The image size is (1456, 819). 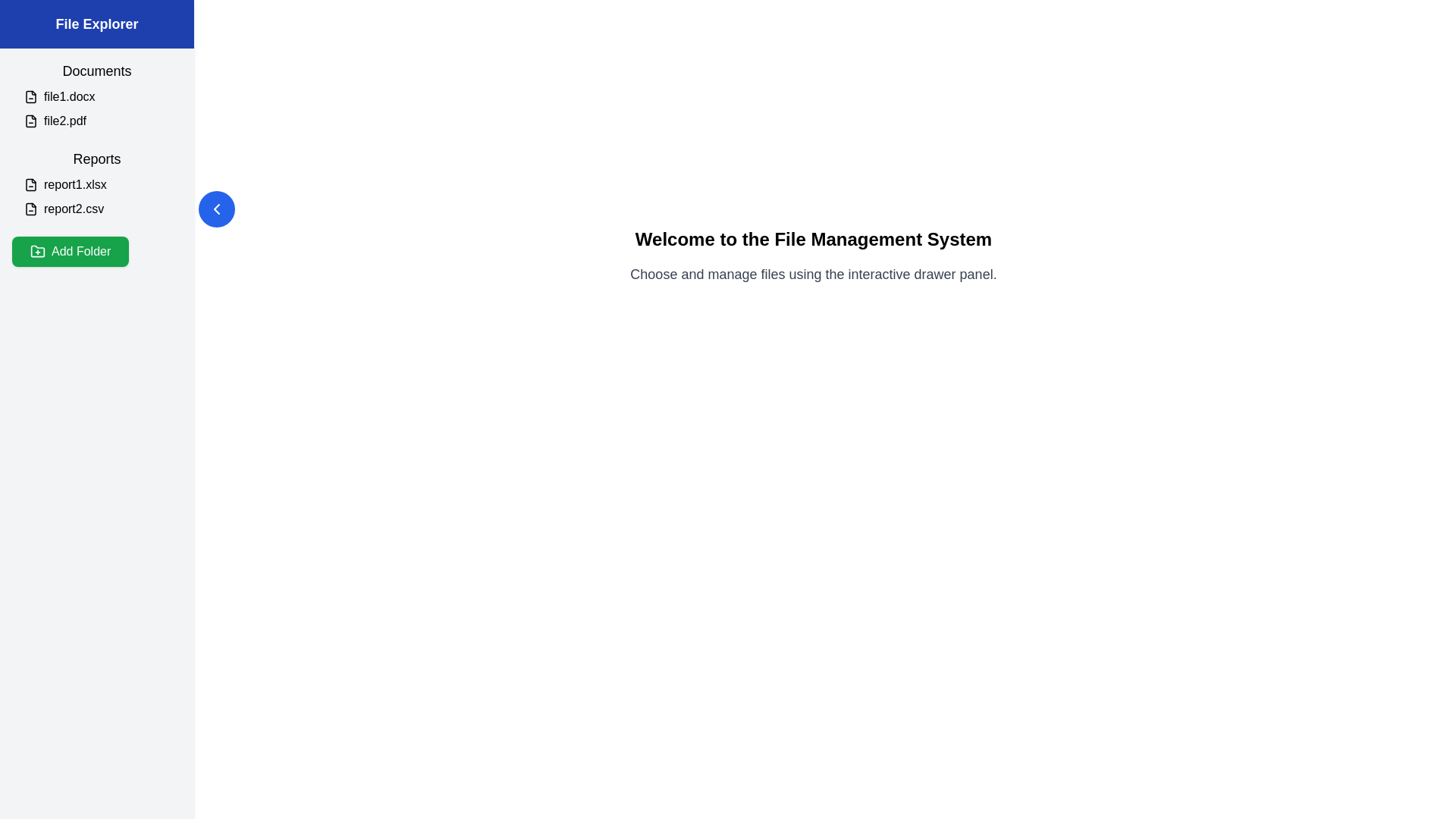 What do you see at coordinates (102, 96) in the screenshot?
I see `the file entry named 'file1.docx' located in the Documents section of the left-hand navigation pane` at bounding box center [102, 96].